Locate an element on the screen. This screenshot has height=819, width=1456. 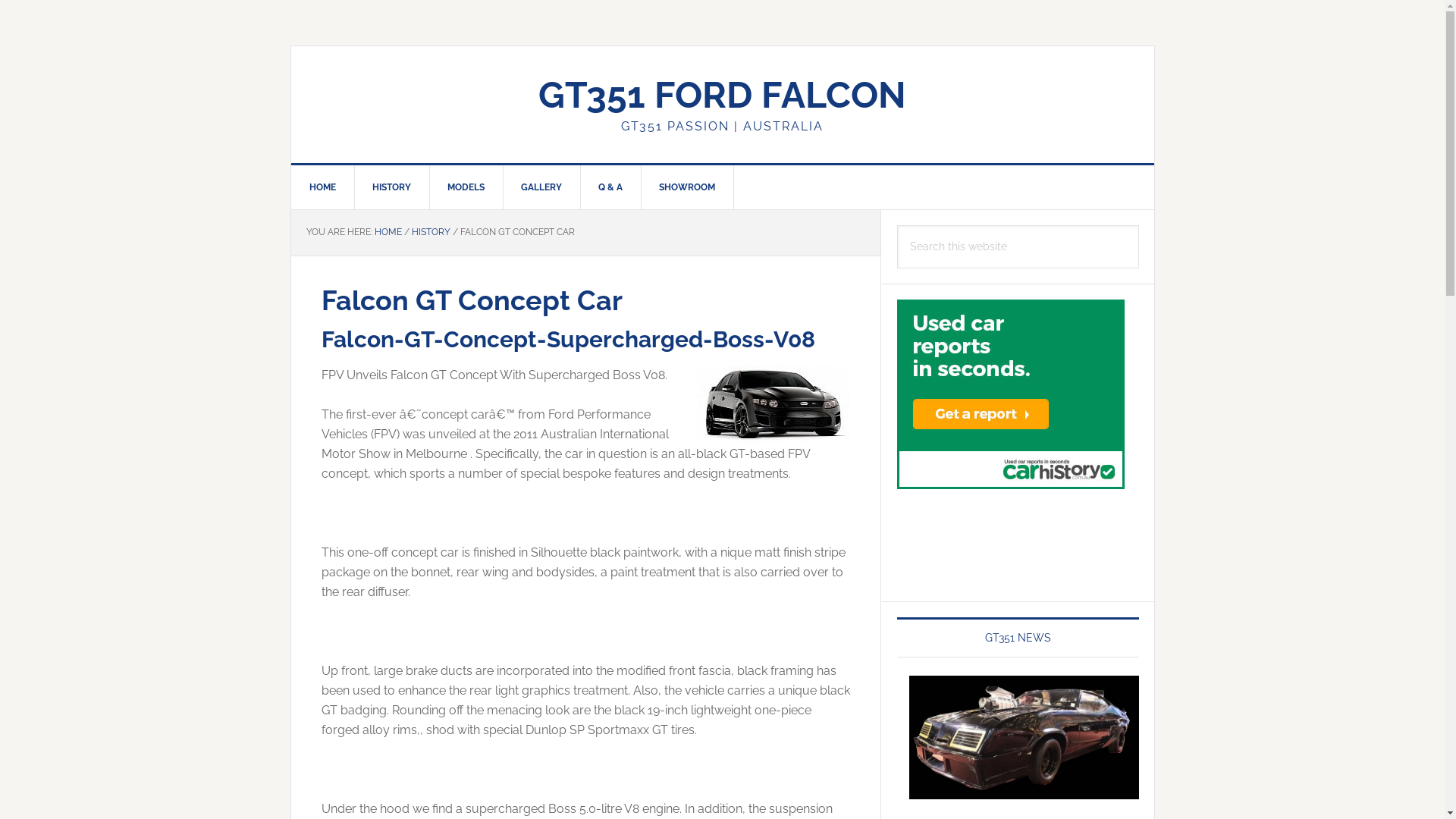
'Q & A' is located at coordinates (610, 186).